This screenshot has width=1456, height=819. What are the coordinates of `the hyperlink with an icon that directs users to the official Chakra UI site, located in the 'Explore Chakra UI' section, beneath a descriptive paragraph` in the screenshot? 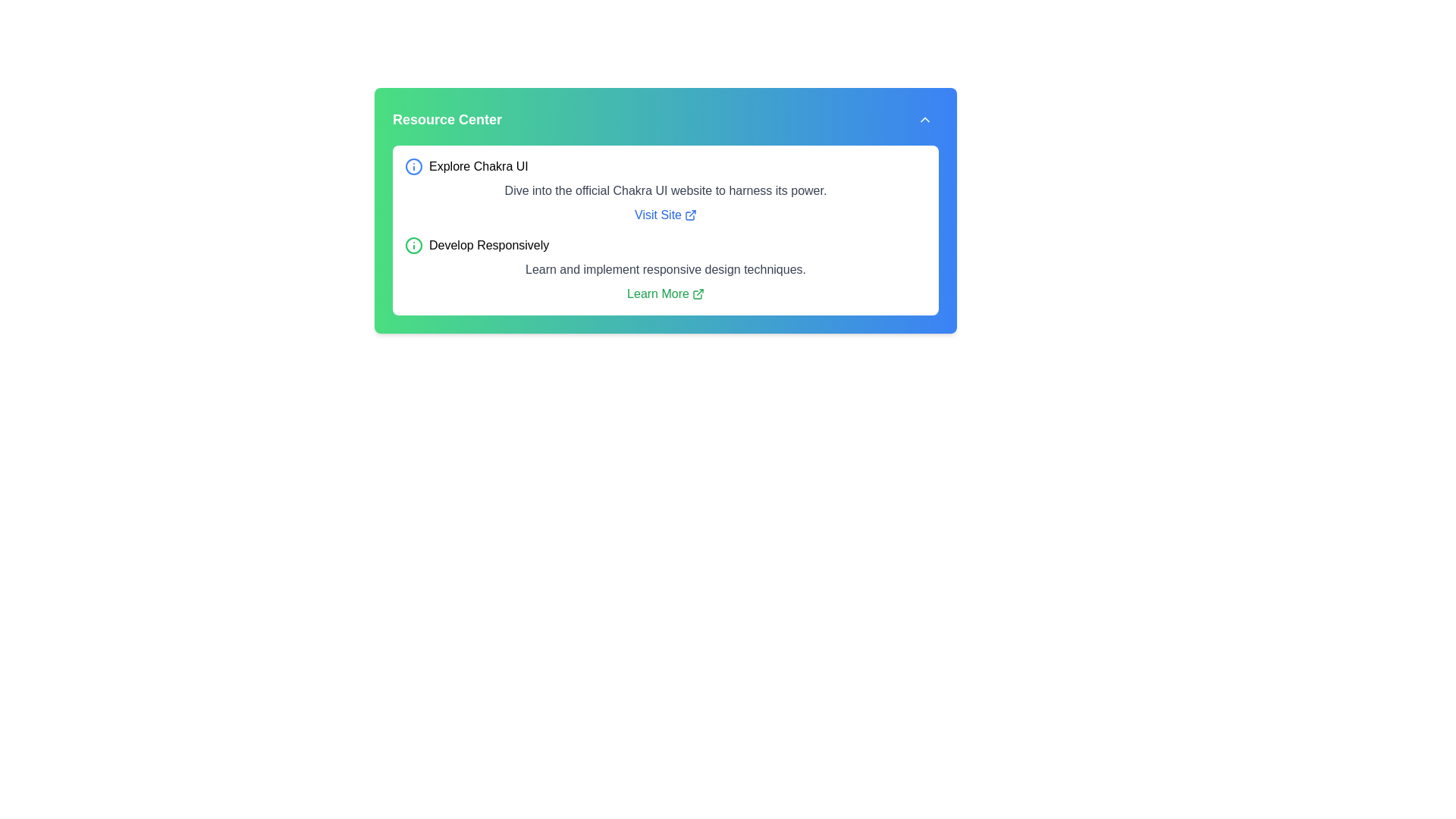 It's located at (666, 215).